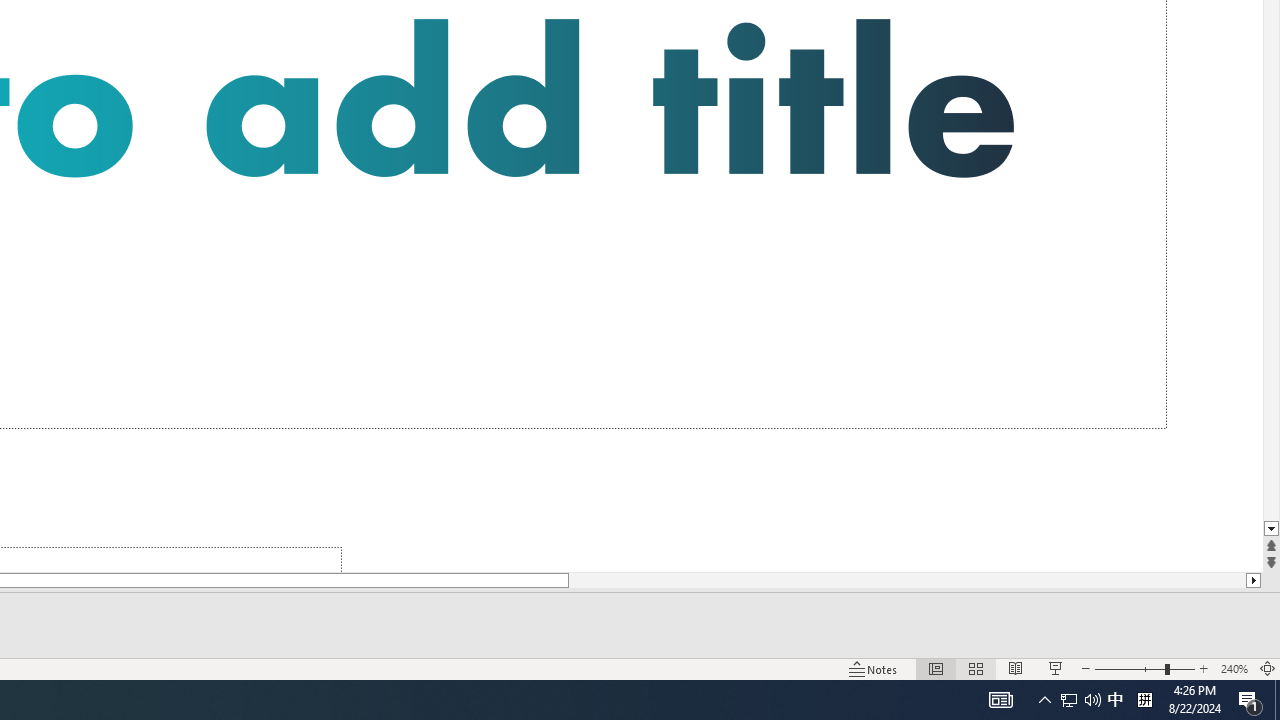 Image resolution: width=1280 pixels, height=720 pixels. I want to click on 'Slide Show', so click(1055, 669).